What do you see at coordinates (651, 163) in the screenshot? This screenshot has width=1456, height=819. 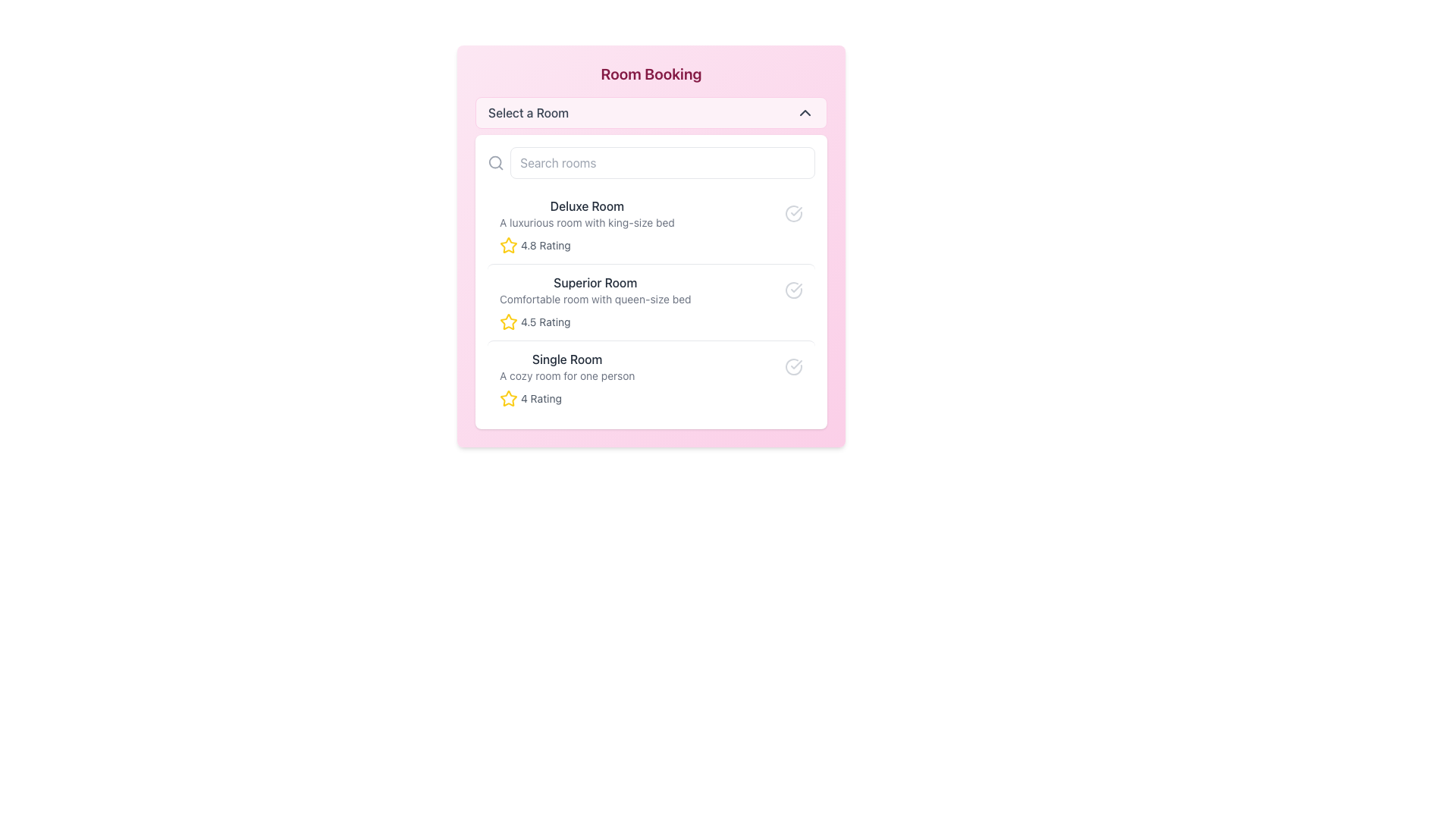 I see `the search input field located at the top of the room options card interface to focus the input` at bounding box center [651, 163].